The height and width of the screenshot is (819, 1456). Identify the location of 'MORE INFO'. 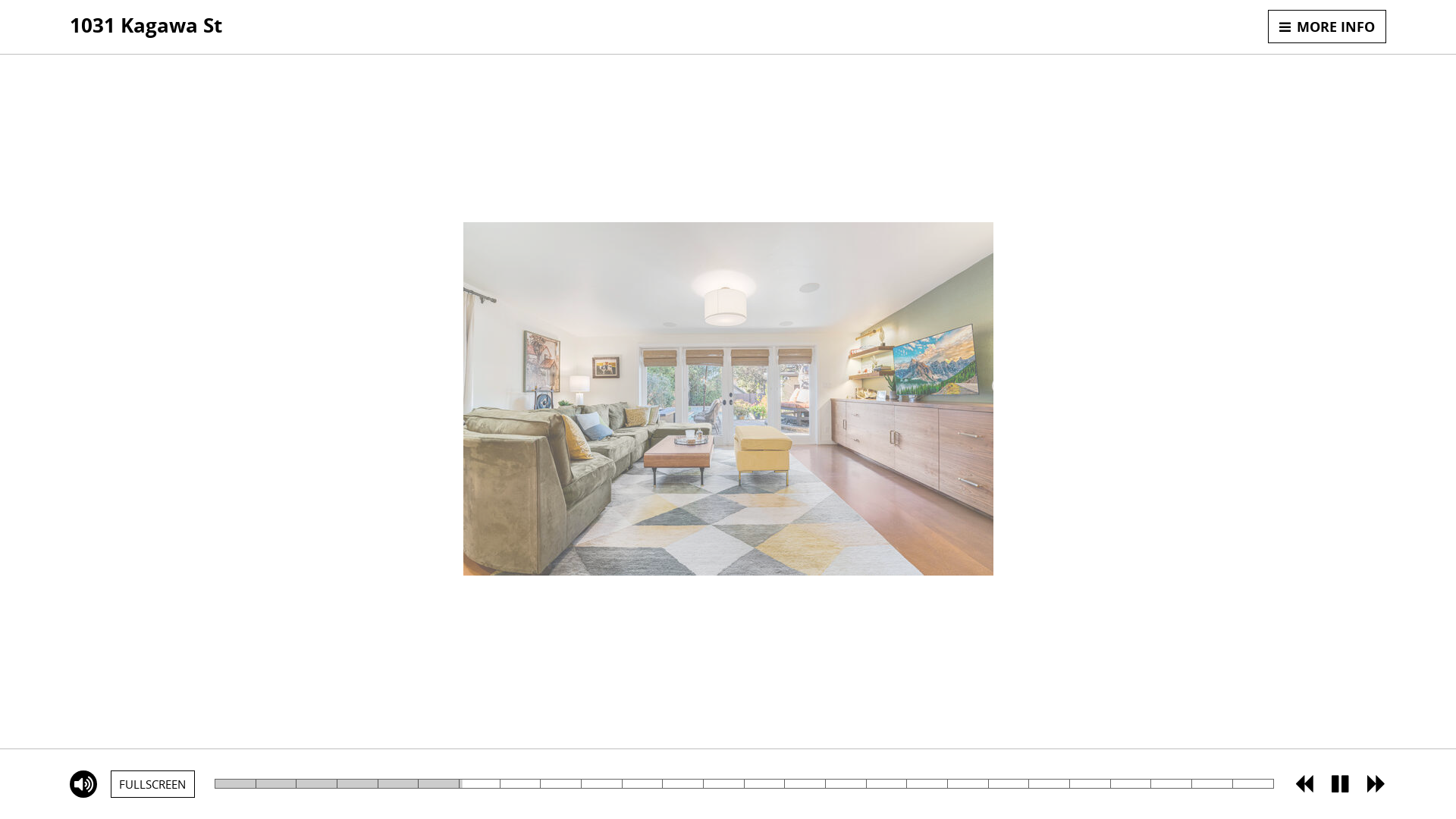
(1326, 26).